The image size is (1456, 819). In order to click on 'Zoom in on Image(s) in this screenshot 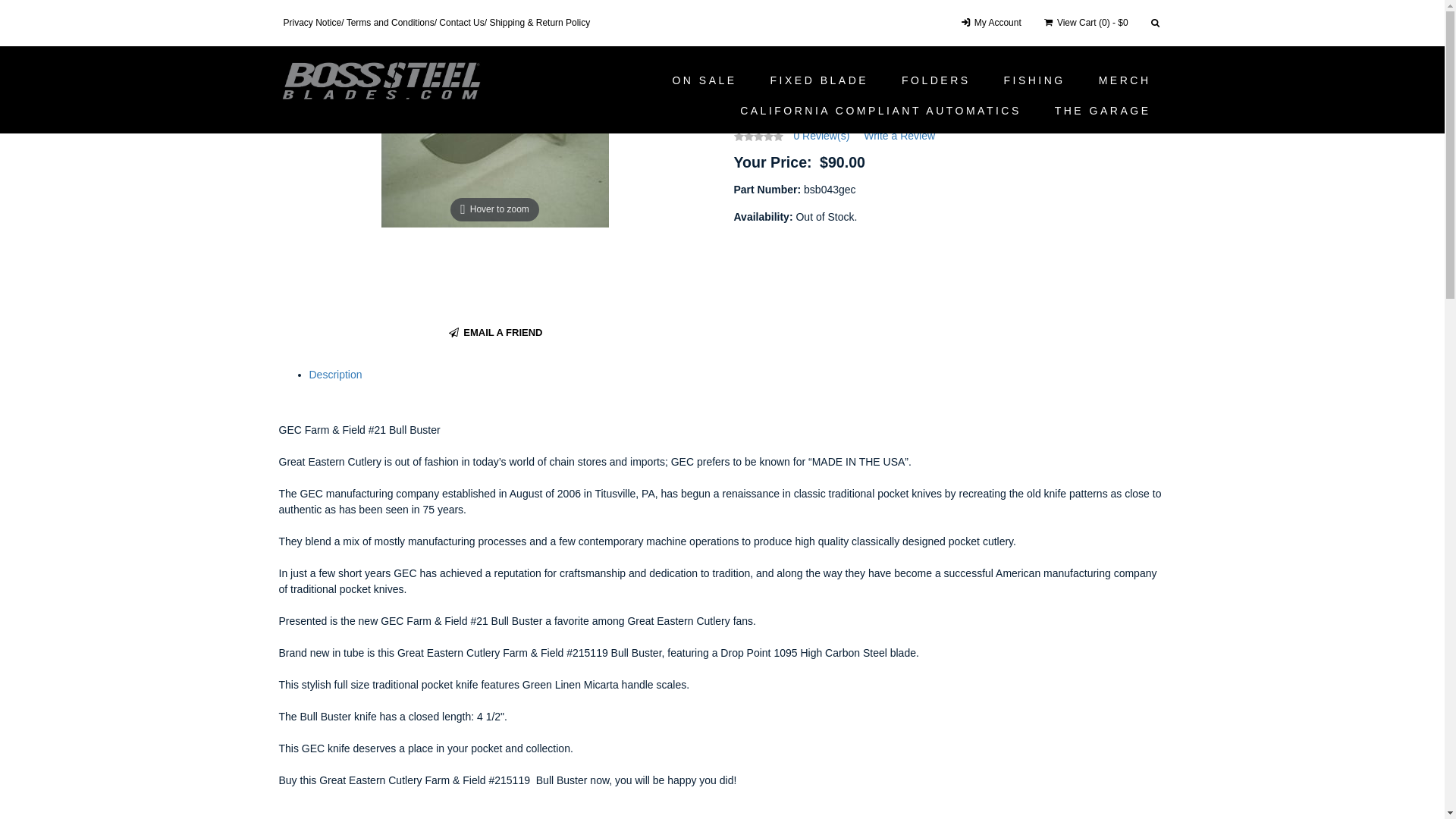, I will do `click(494, 140)`.